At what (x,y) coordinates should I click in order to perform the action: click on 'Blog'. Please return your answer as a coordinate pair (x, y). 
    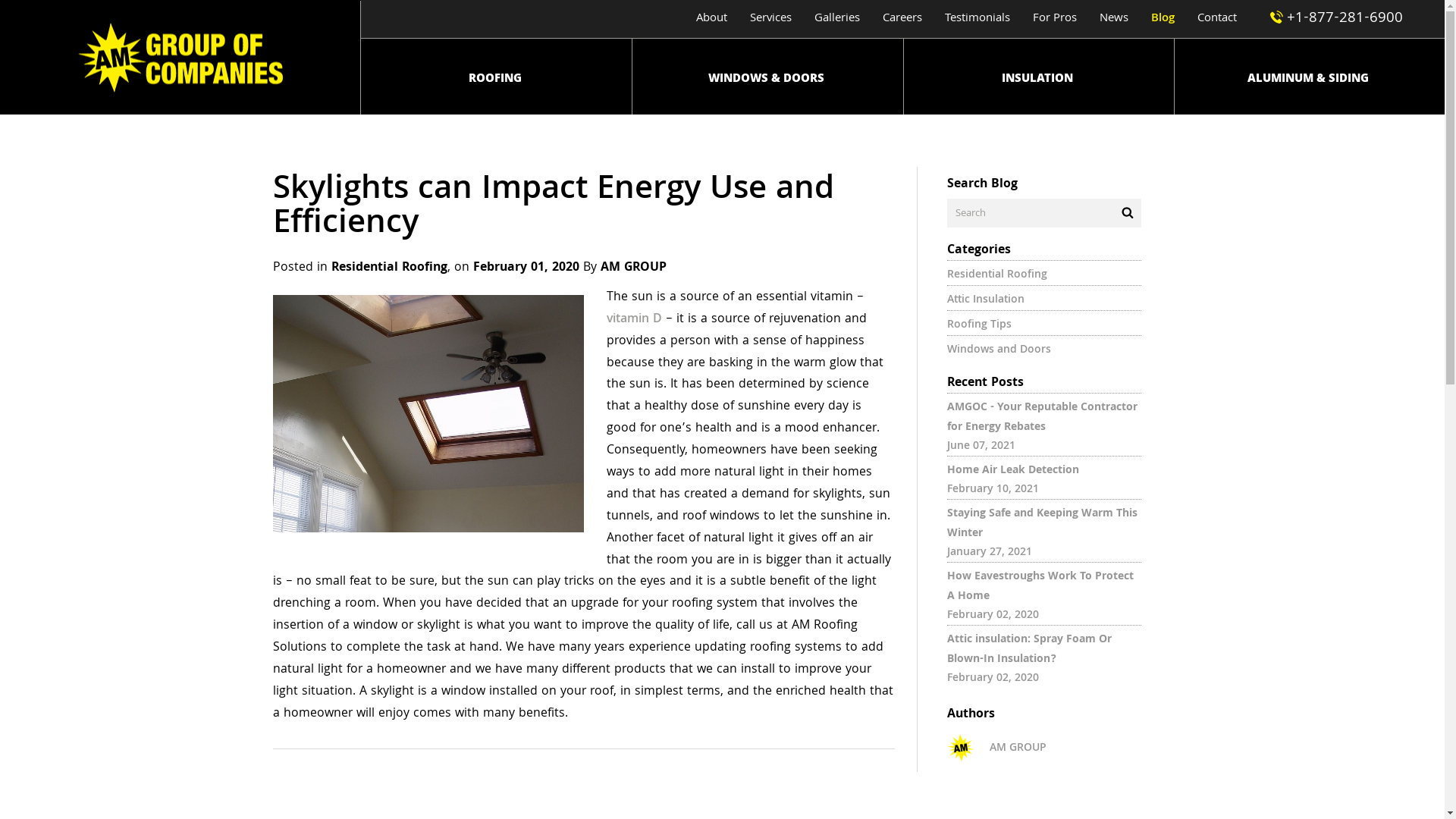
    Looking at the image, I should click on (1162, 18).